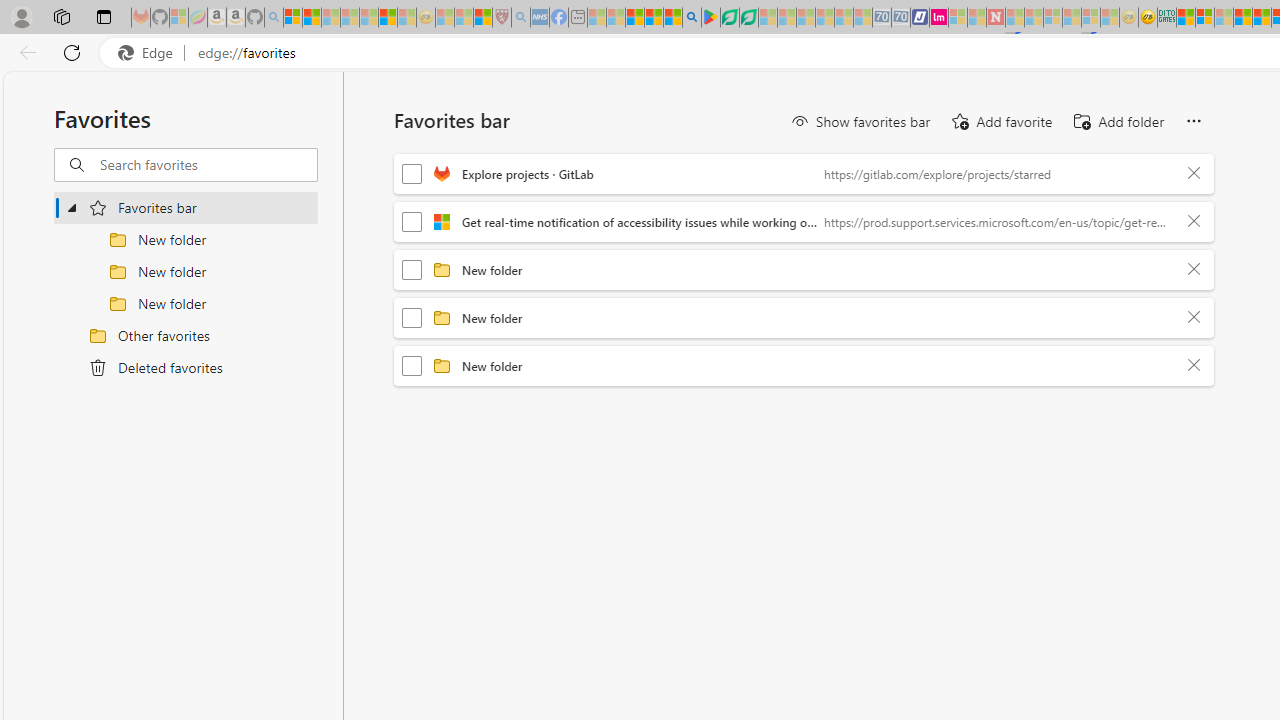 This screenshot has height=720, width=1280. Describe the element at coordinates (938, 17) in the screenshot. I see `'Jobs - lastminute.com Investor Portal'` at that location.